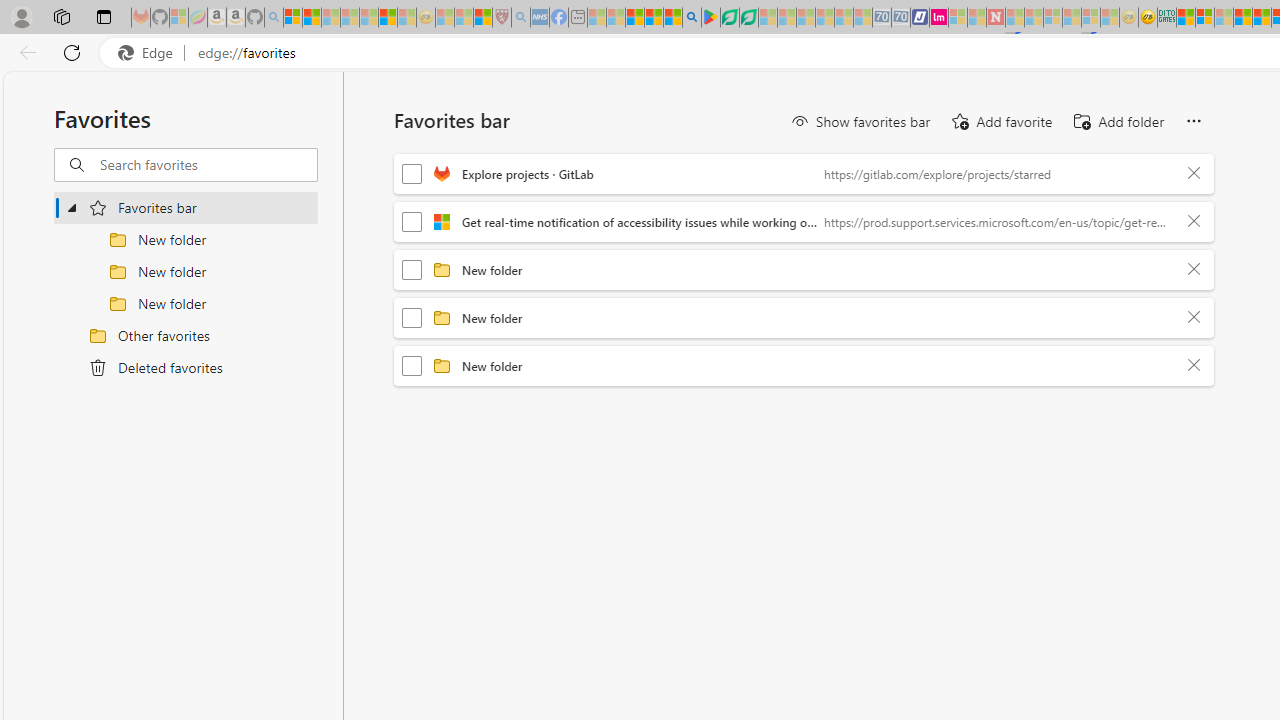 This screenshot has height=720, width=1280. Describe the element at coordinates (938, 17) in the screenshot. I see `'Jobs - lastminute.com Investor Portal'` at that location.